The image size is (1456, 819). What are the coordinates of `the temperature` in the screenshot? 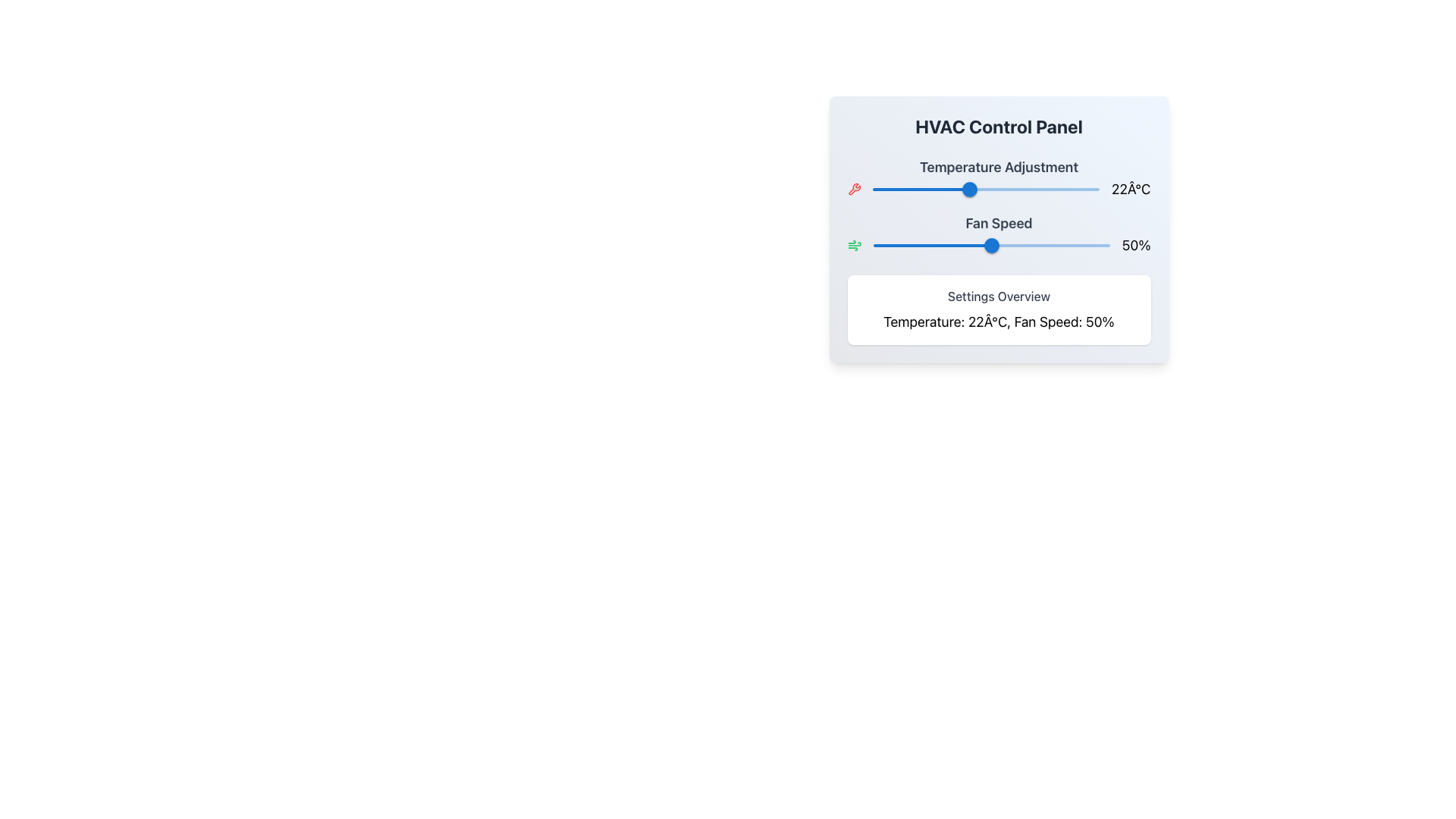 It's located at (952, 189).